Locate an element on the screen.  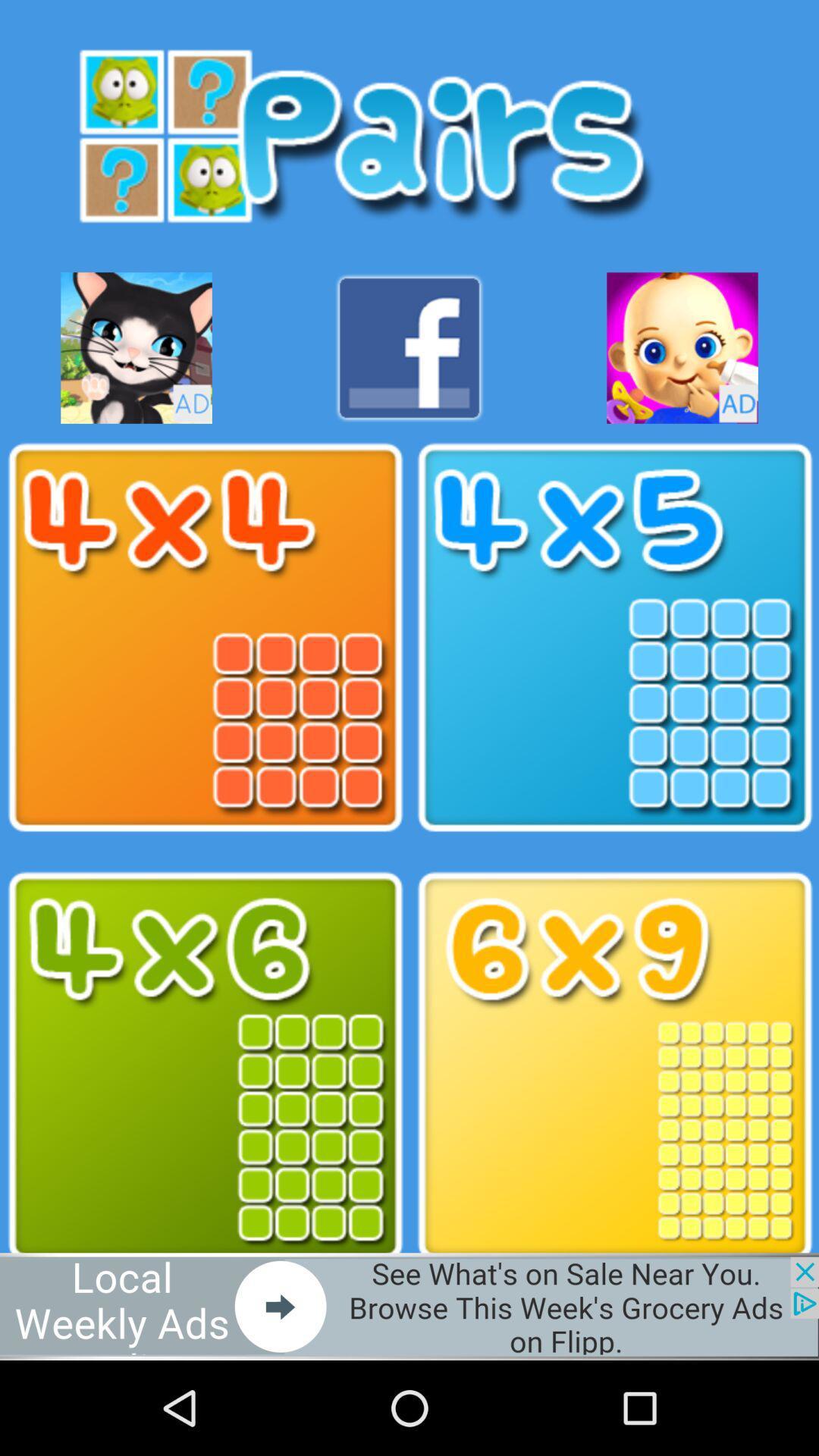
click on game is located at coordinates (205, 1065).